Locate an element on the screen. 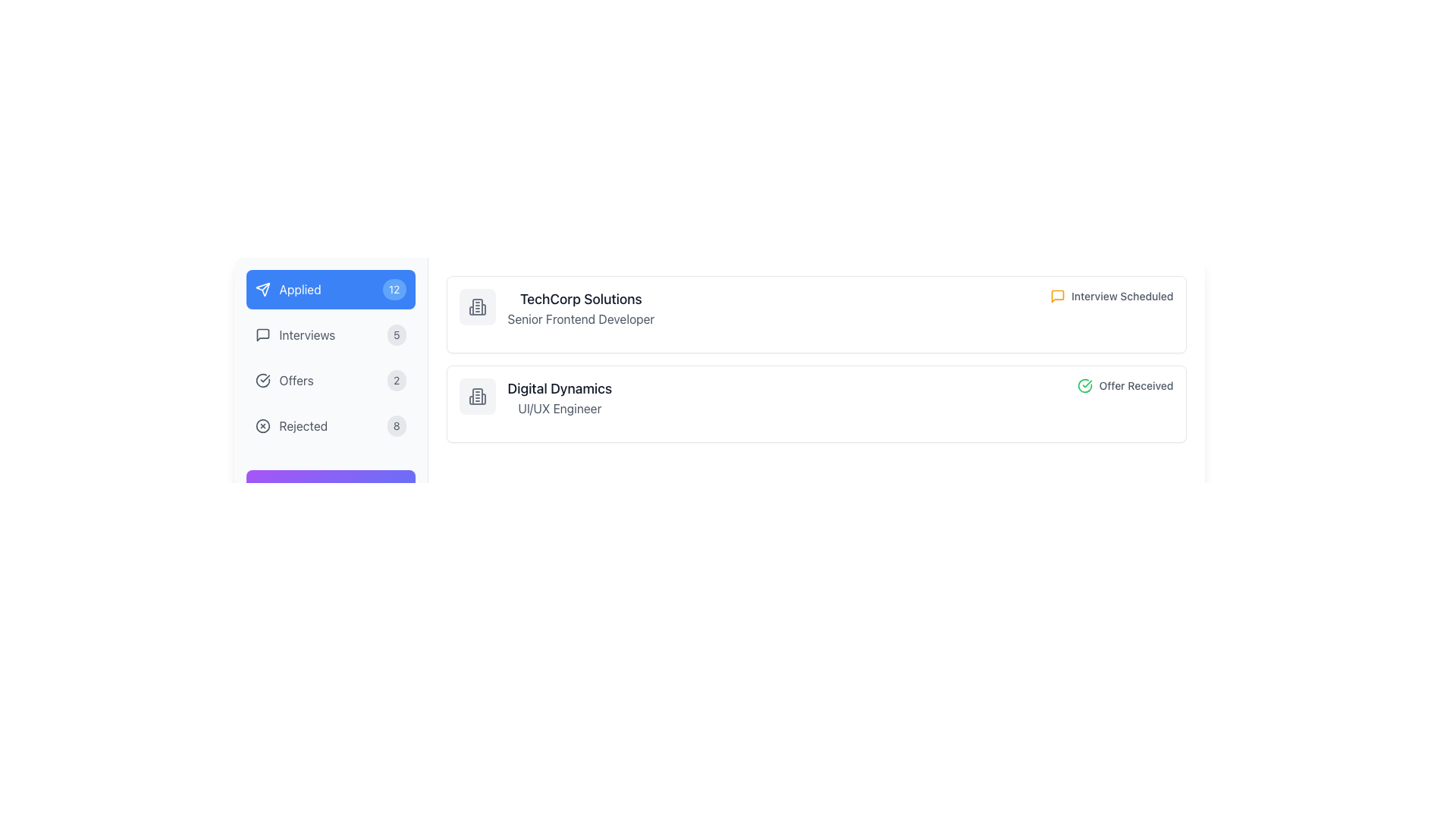  the second job application entry is located at coordinates (815, 397).